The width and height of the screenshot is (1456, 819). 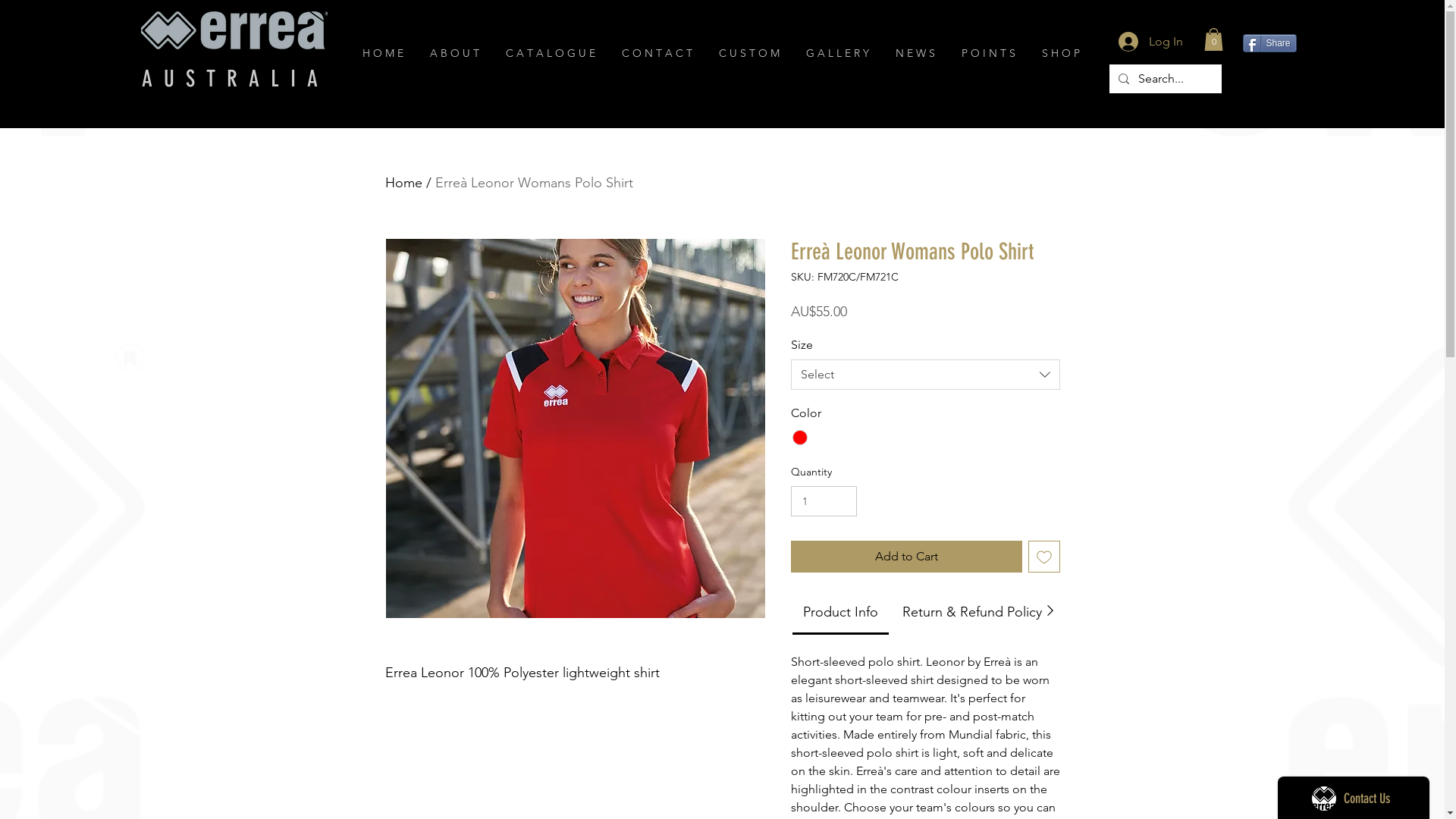 What do you see at coordinates (1150, 40) in the screenshot?
I see `'Log In'` at bounding box center [1150, 40].